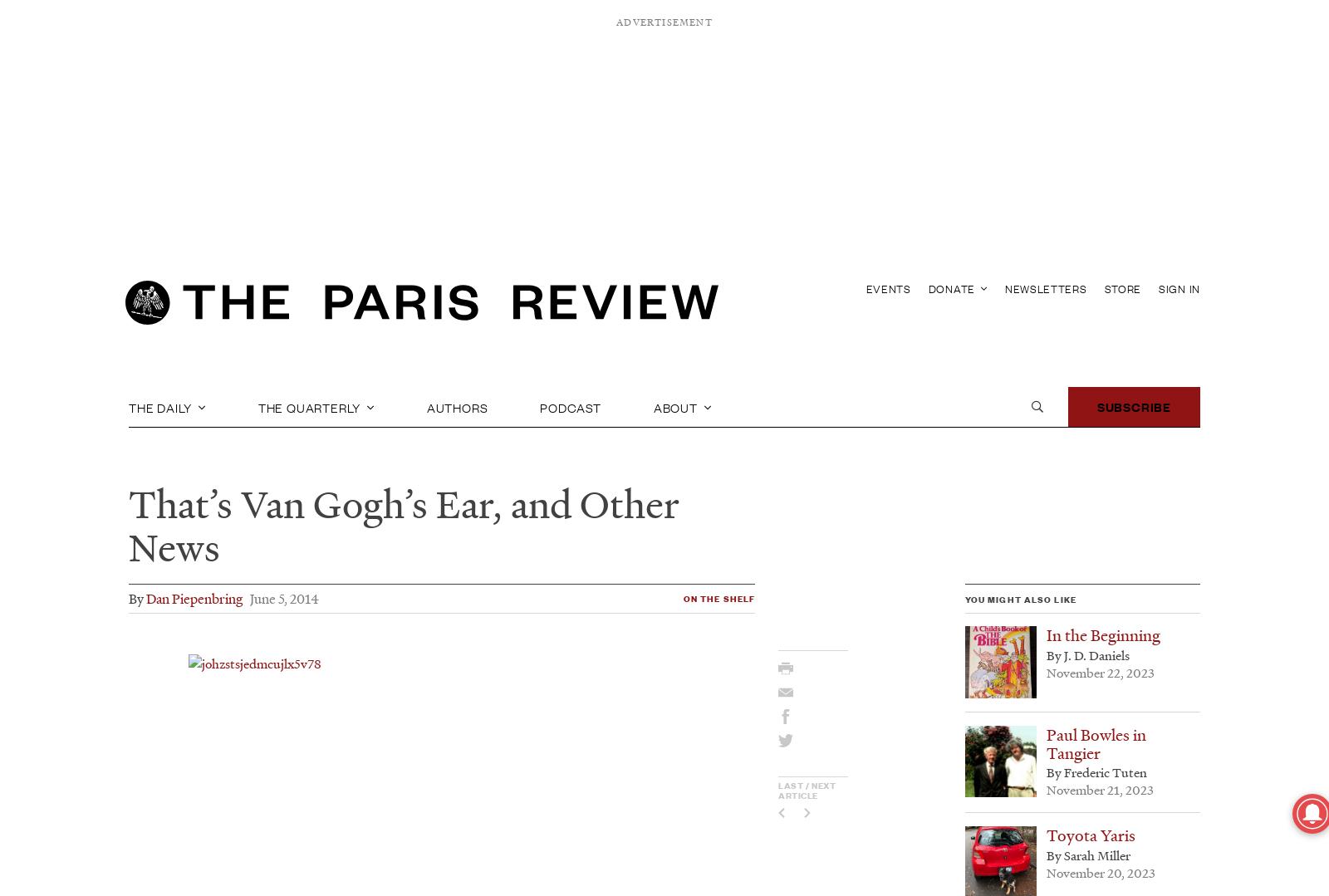 This screenshot has height=896, width=1329. What do you see at coordinates (1087, 854) in the screenshot?
I see `'By Sarah Miller'` at bounding box center [1087, 854].